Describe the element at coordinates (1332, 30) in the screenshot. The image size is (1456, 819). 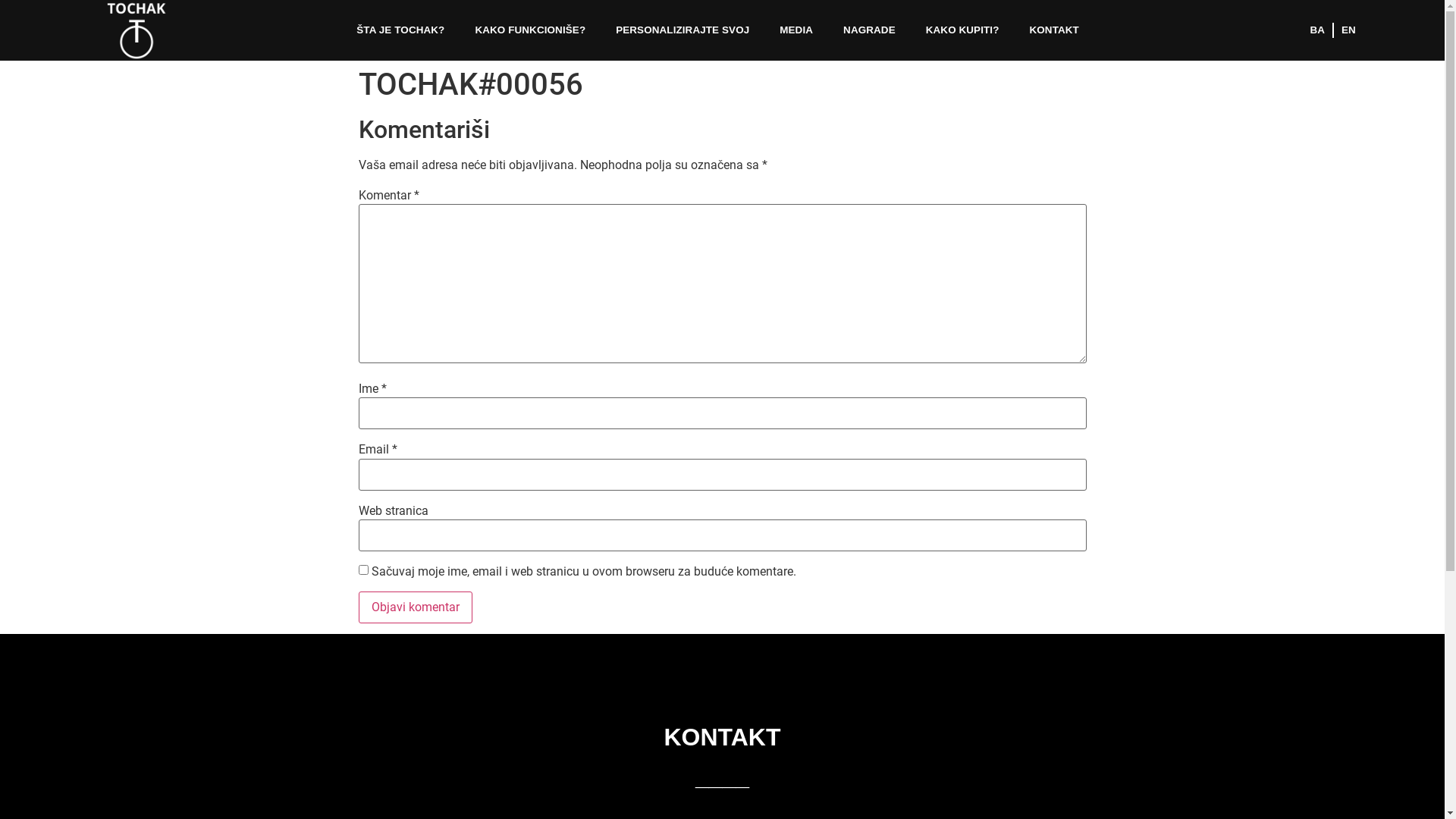
I see `'EN'` at that location.